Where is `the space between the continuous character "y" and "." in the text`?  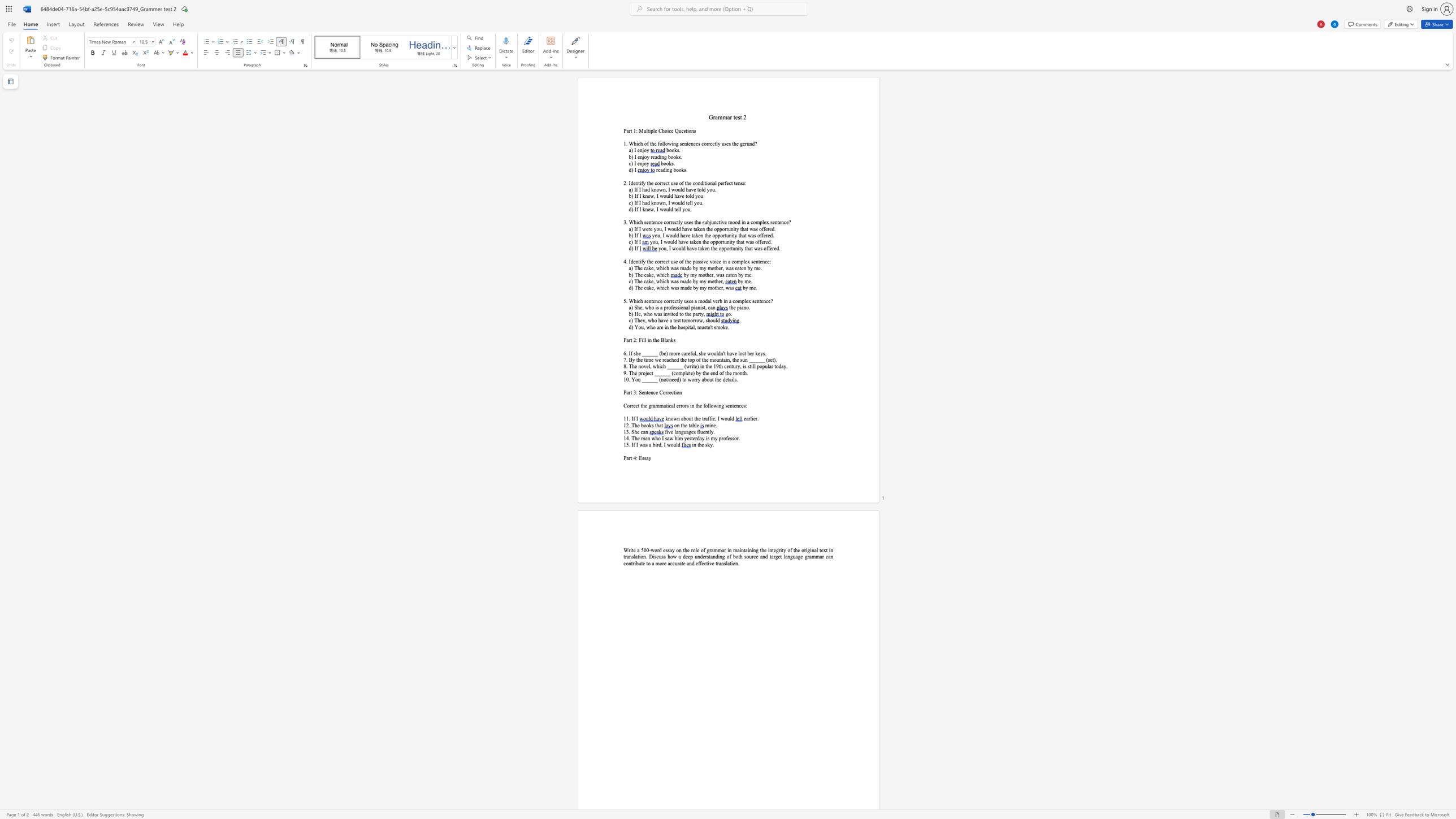 the space between the continuous character "y" and "." in the text is located at coordinates (711, 444).